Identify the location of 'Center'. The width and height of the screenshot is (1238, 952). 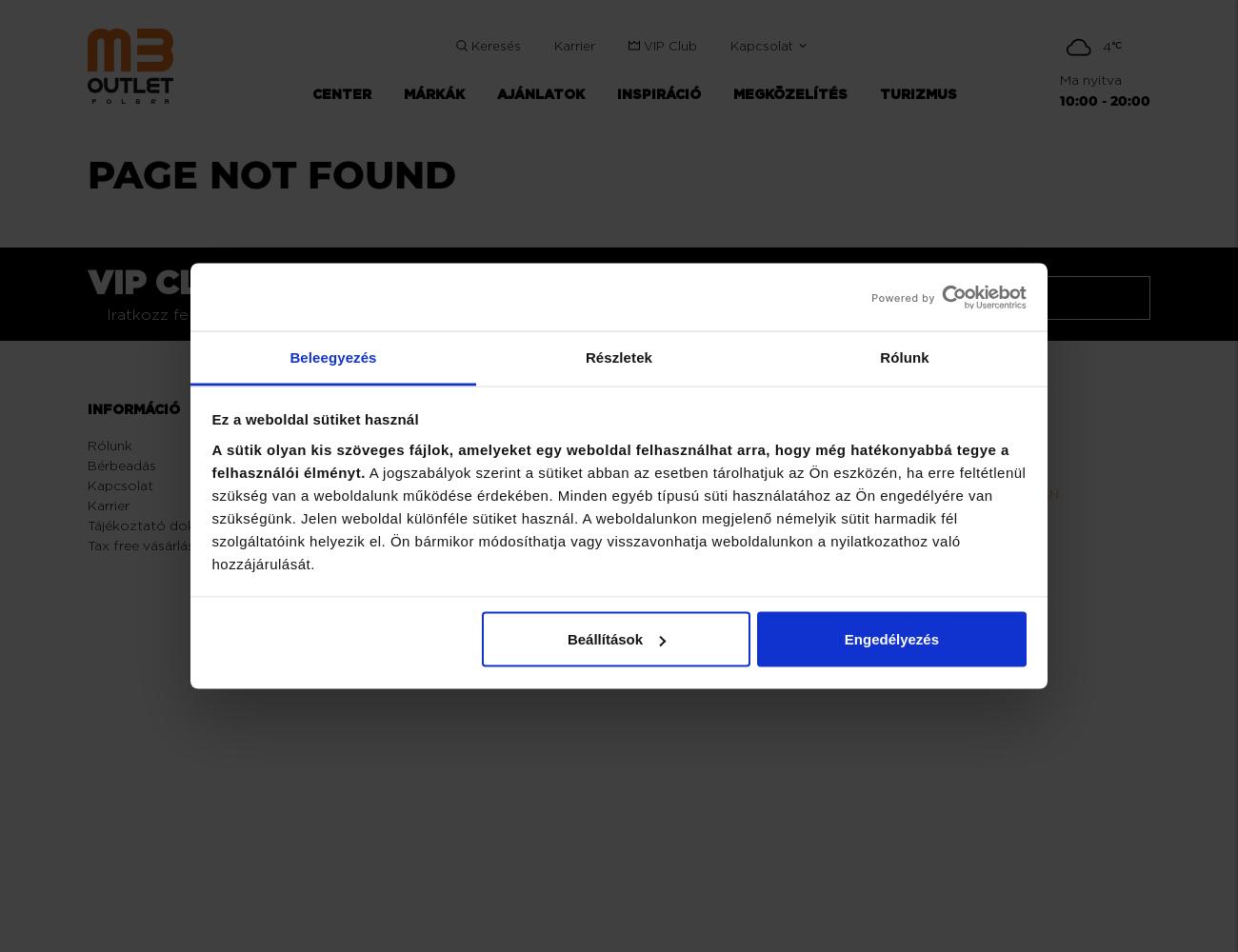
(382, 445).